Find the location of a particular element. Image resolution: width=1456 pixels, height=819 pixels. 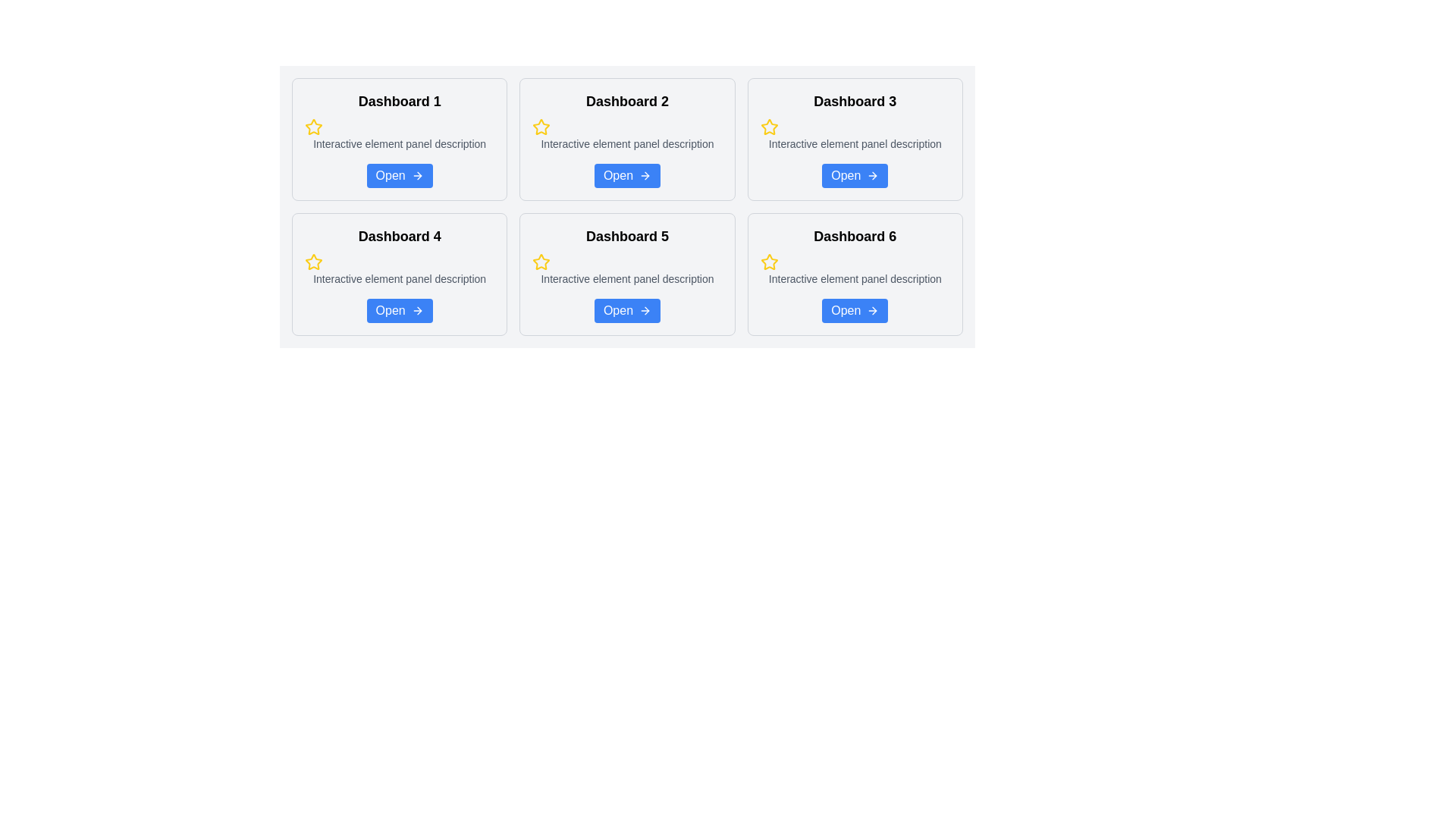

the right-pointing arrow icon within the 'Open' button, which is a vector-based graphical UI element located in the second row, first column of the grid is located at coordinates (419, 174).